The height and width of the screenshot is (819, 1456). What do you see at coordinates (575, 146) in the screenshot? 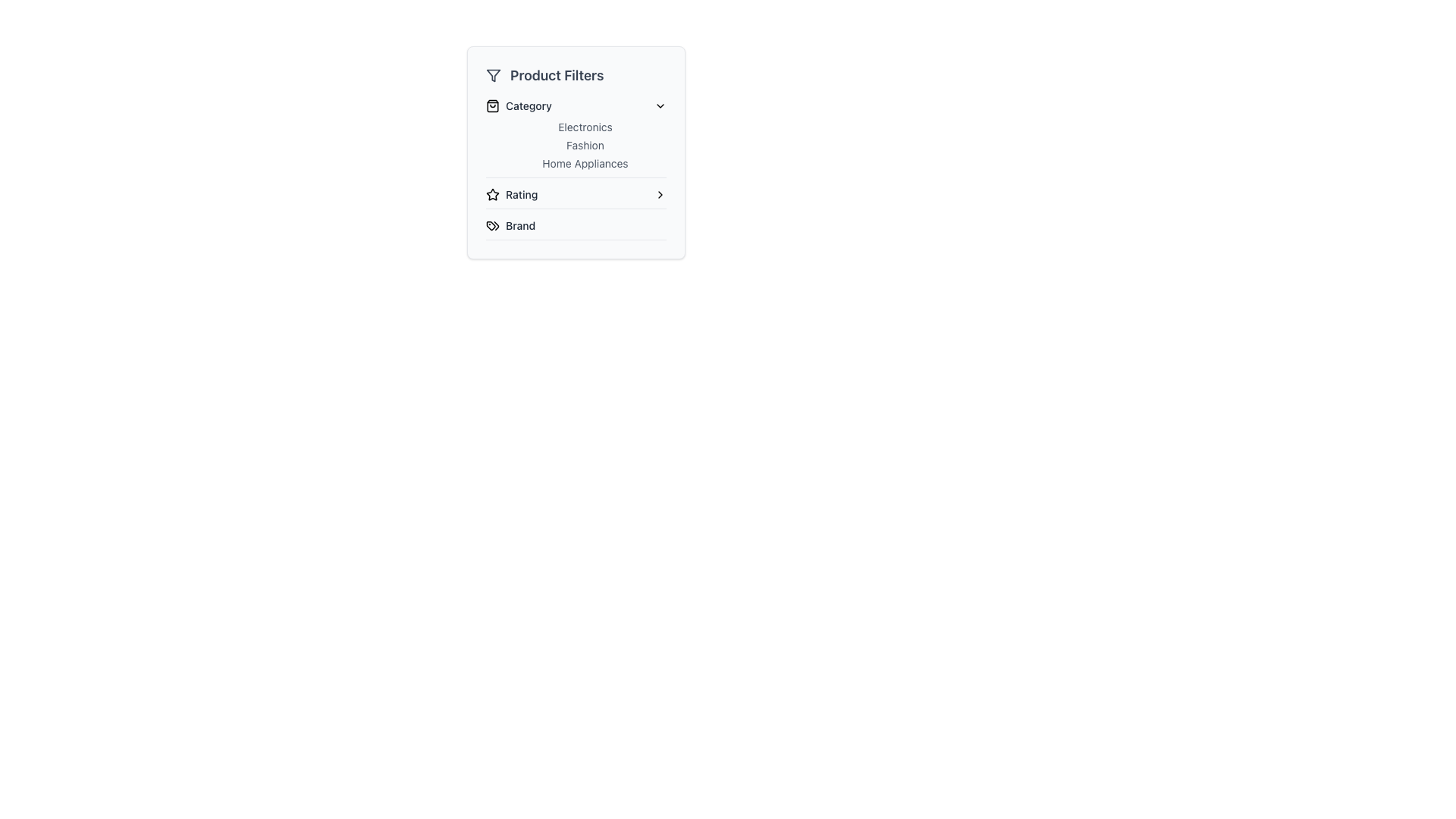
I see `a product category item in the Menu List located under the 'Category' header in the 'Product Filters' vertical menu on the left side of the interface` at bounding box center [575, 146].